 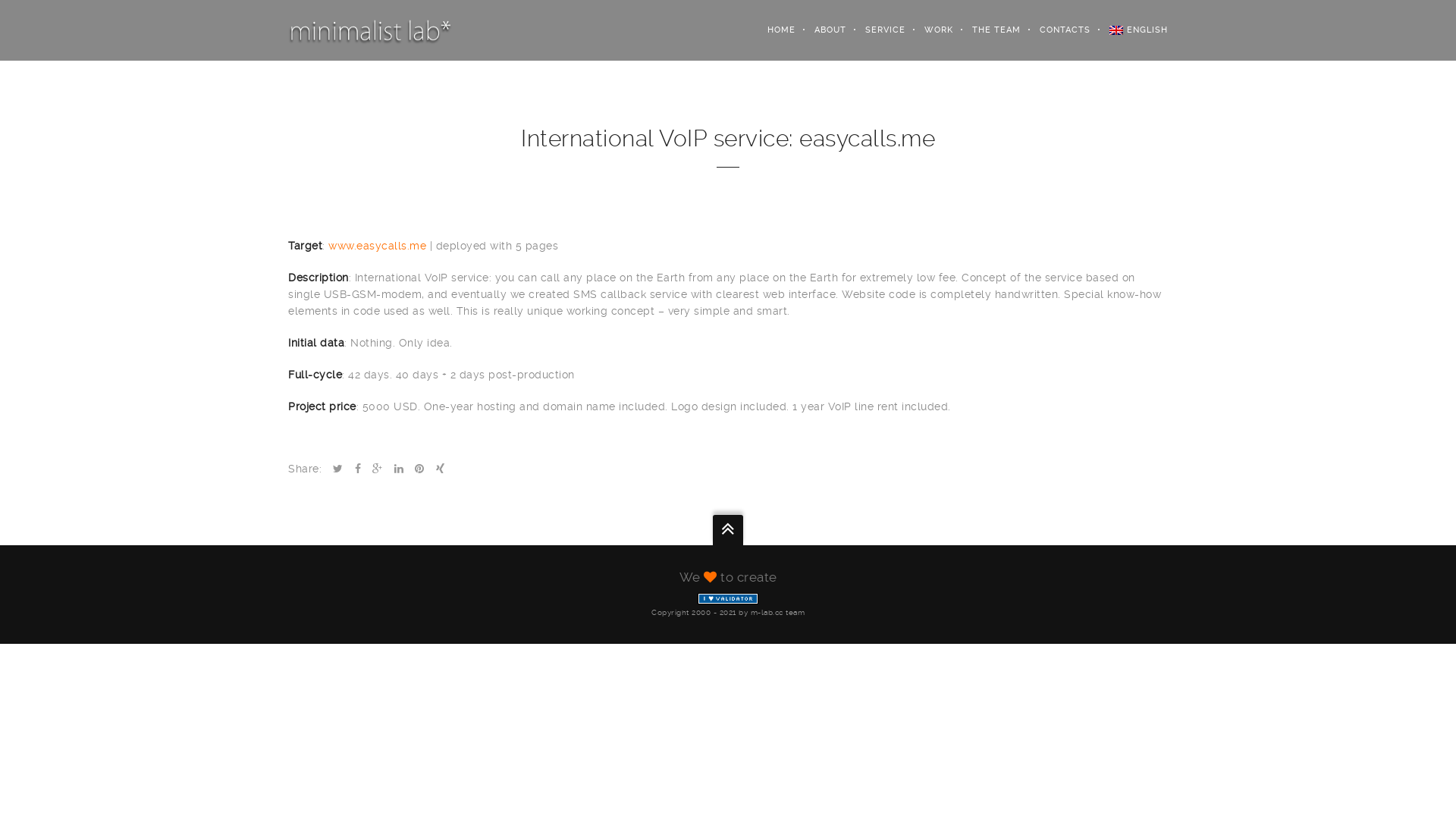 I want to click on 'THE TEAM', so click(x=987, y=30).